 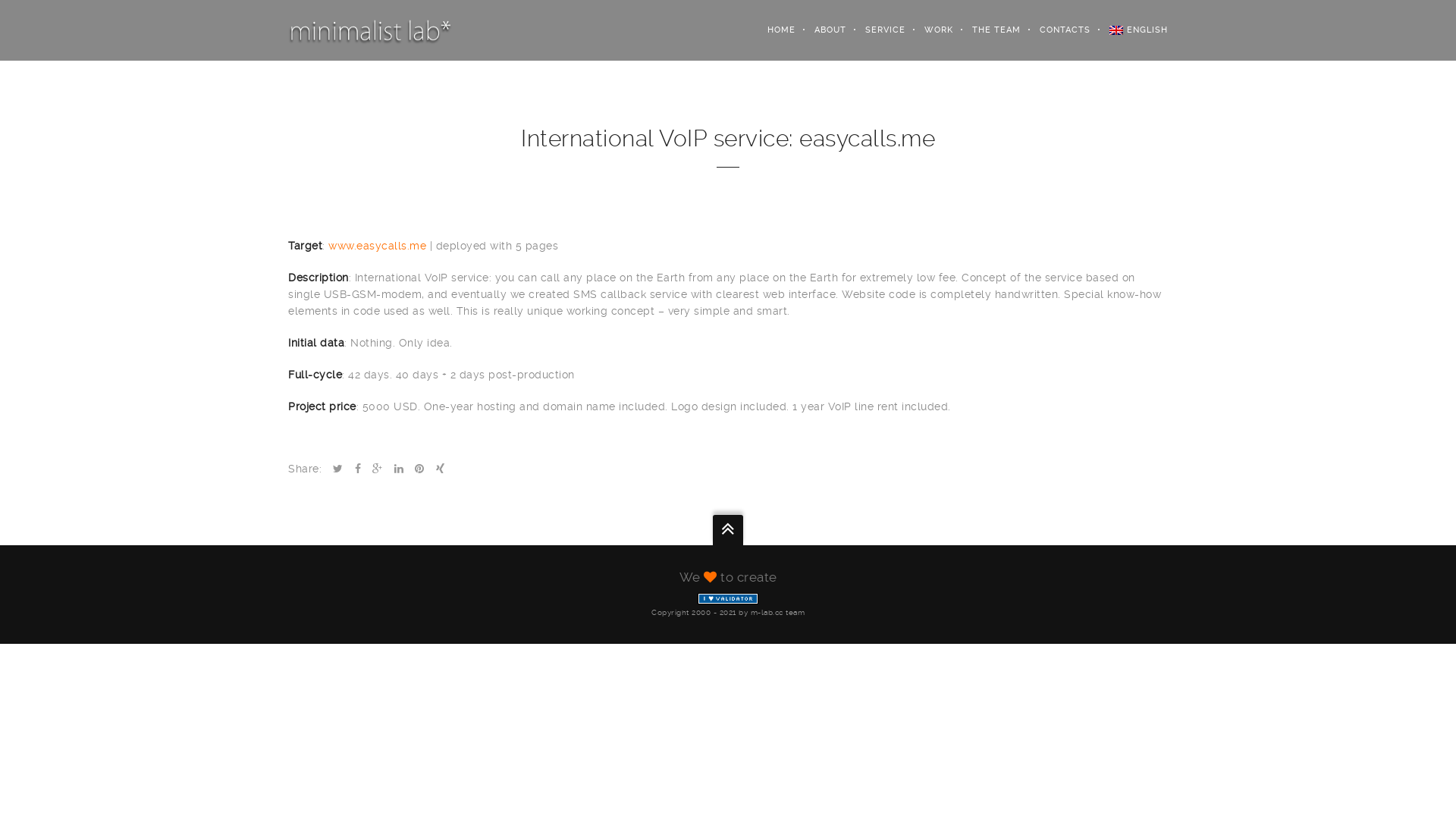 I want to click on 'THE TEAM', so click(x=987, y=30).